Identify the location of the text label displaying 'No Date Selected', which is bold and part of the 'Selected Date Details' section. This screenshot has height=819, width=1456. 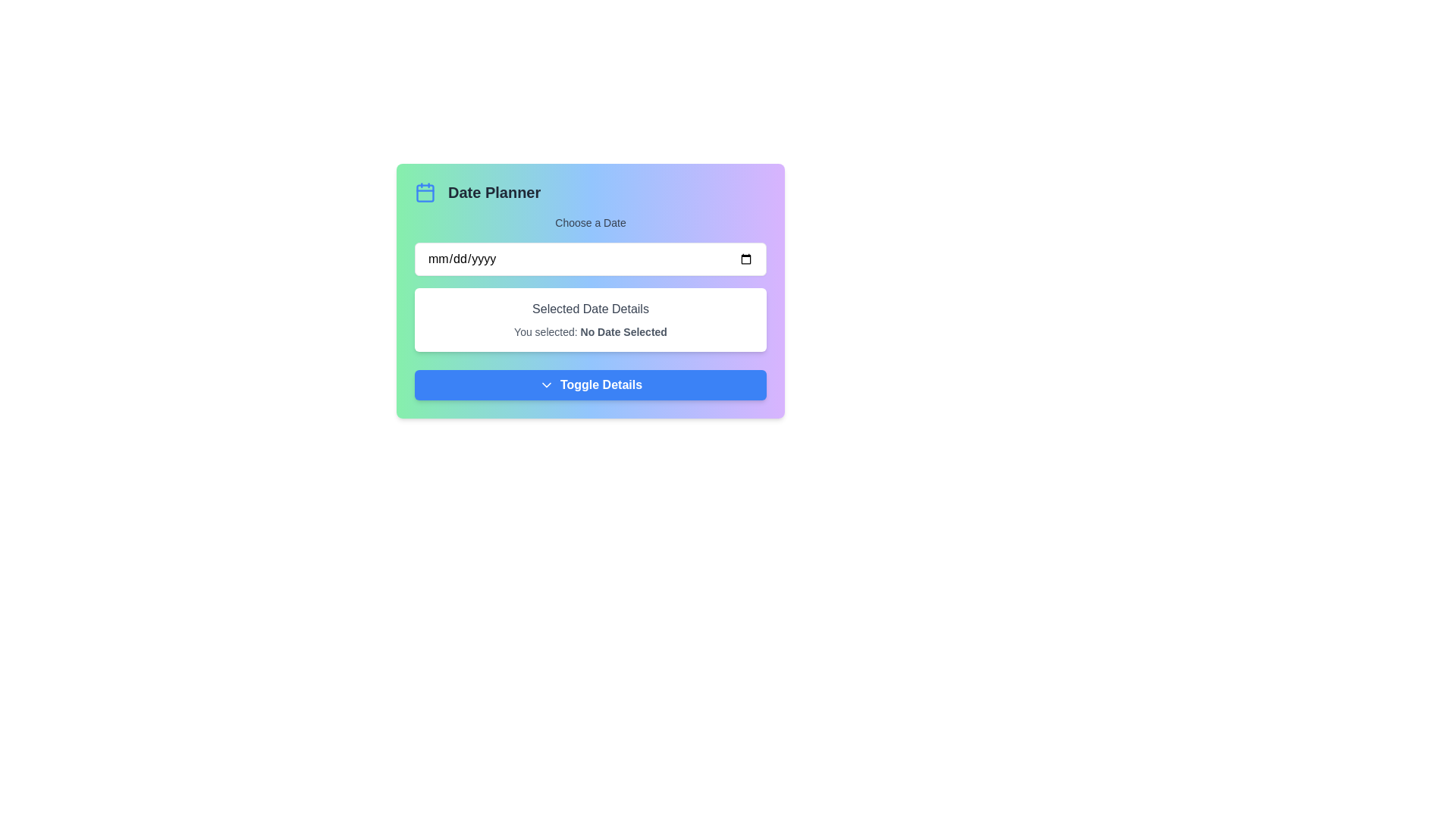
(623, 331).